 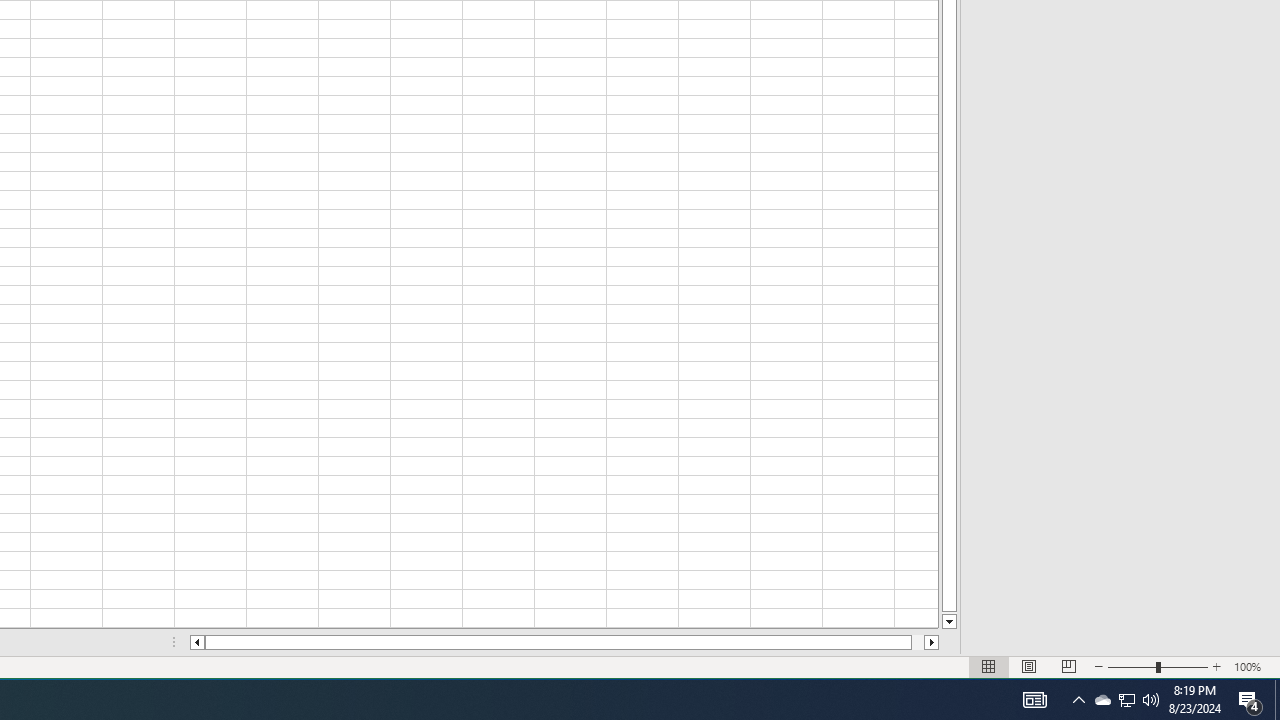 I want to click on 'Action Center, 4 new notifications', so click(x=1250, y=698).